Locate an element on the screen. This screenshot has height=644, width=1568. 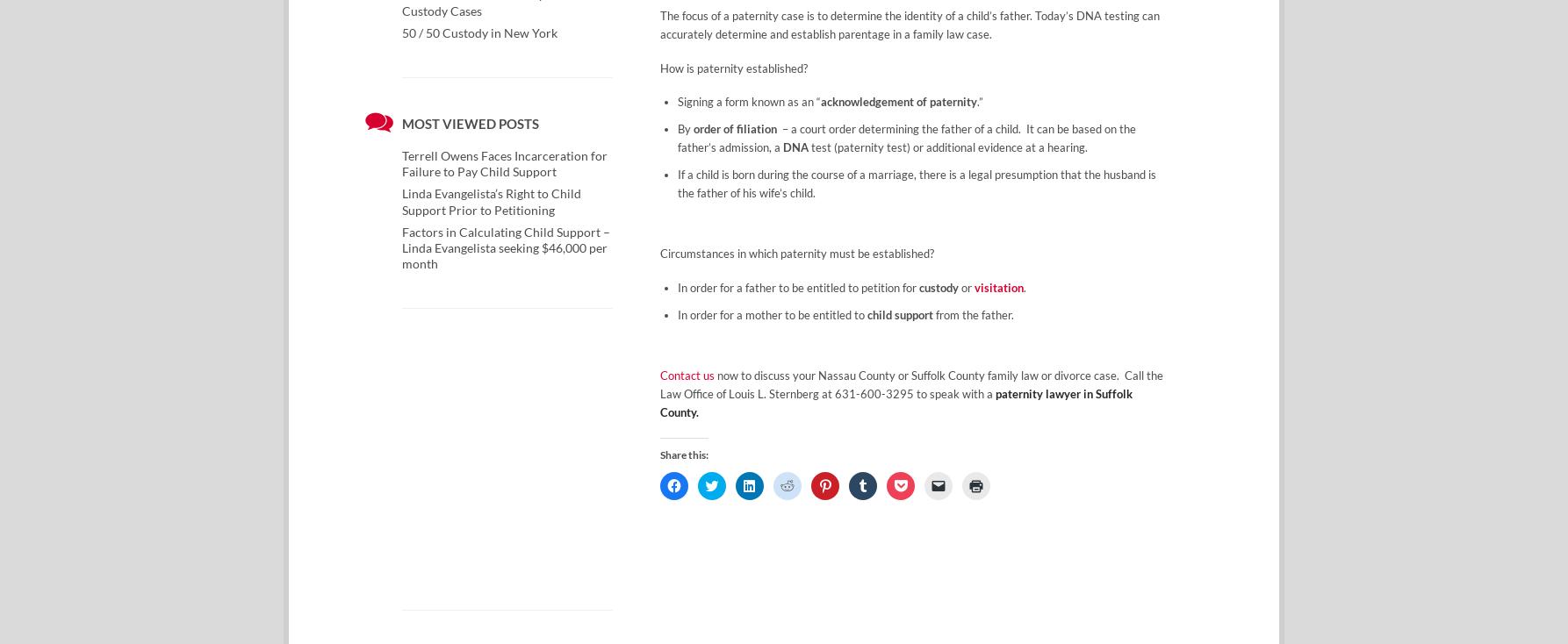
'Signing a form known as an “' is located at coordinates (677, 101).